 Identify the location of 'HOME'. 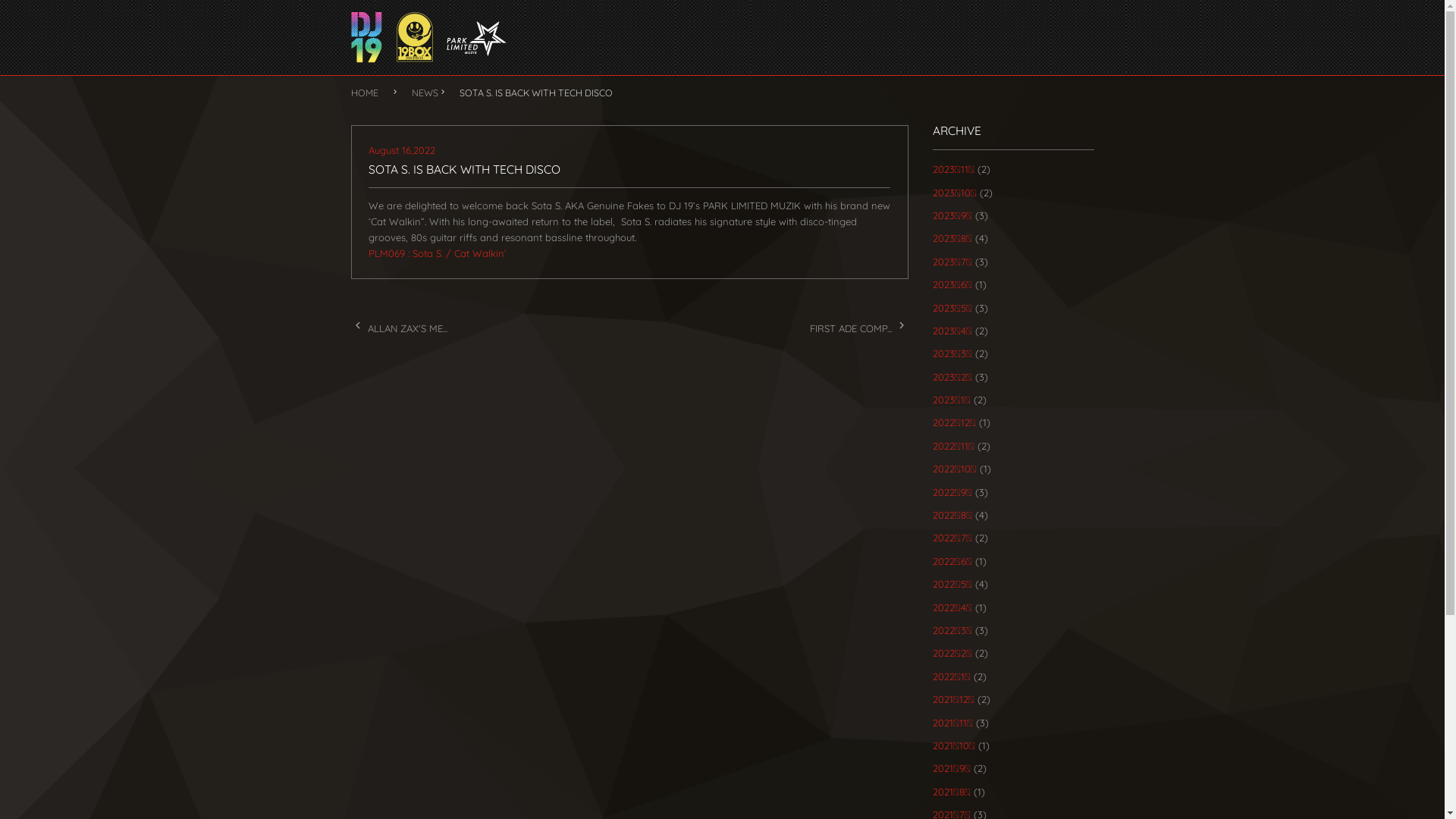
(349, 93).